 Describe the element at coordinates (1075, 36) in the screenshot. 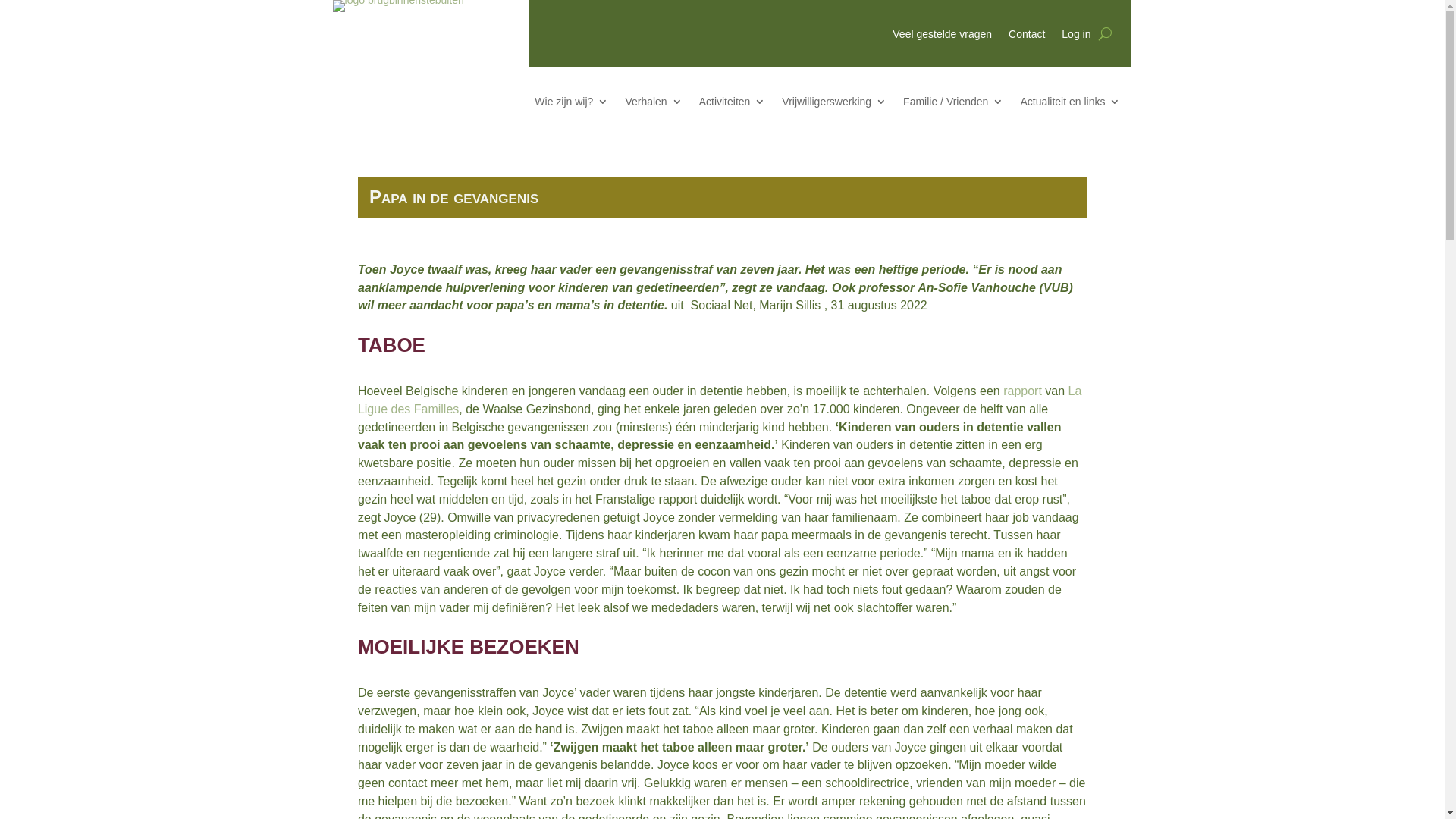

I see `'Log in'` at that location.